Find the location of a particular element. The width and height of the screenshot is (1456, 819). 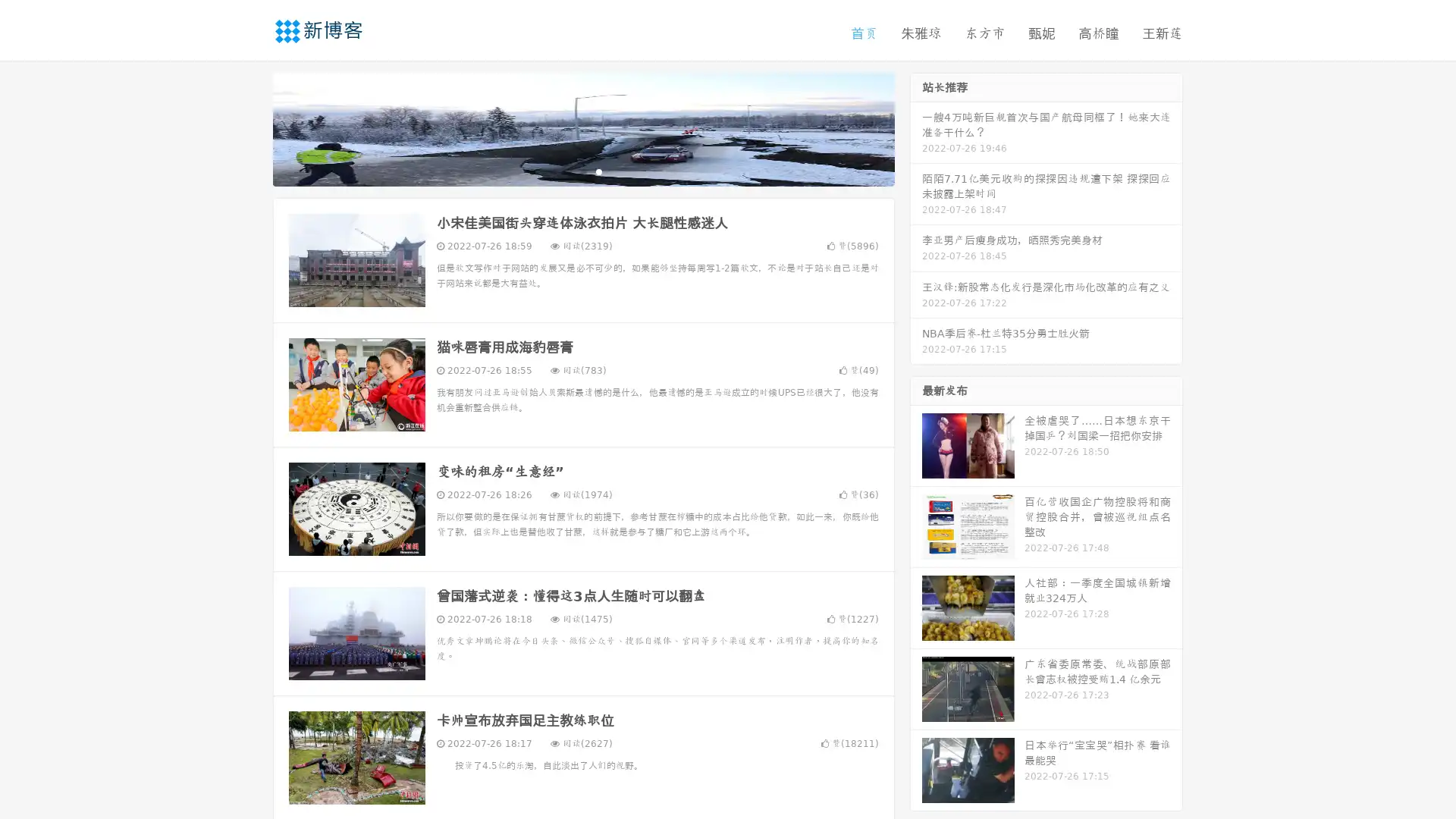

Go to slide 3 is located at coordinates (598, 171).